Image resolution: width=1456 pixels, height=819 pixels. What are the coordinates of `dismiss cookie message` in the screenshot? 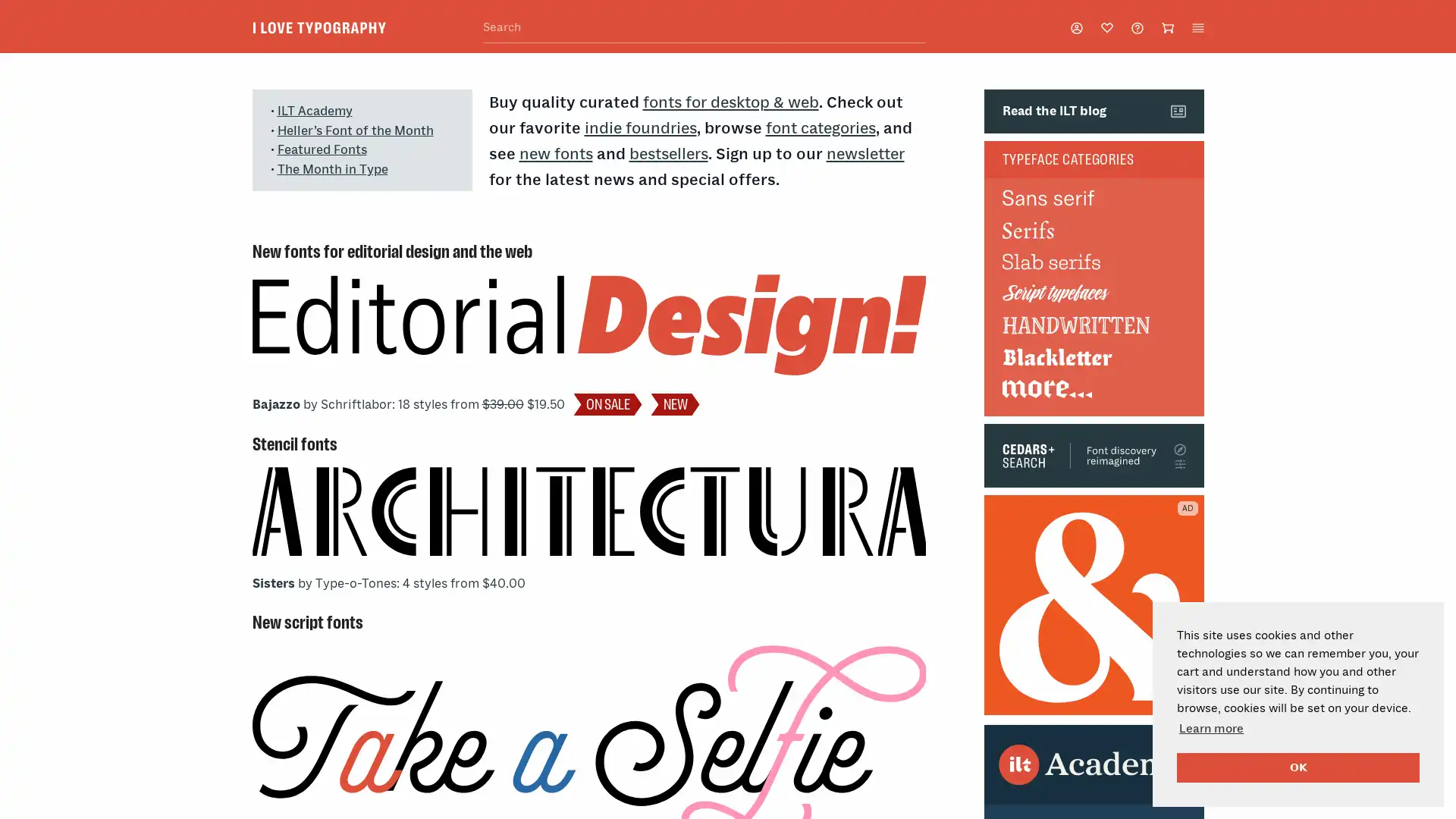 It's located at (1298, 767).